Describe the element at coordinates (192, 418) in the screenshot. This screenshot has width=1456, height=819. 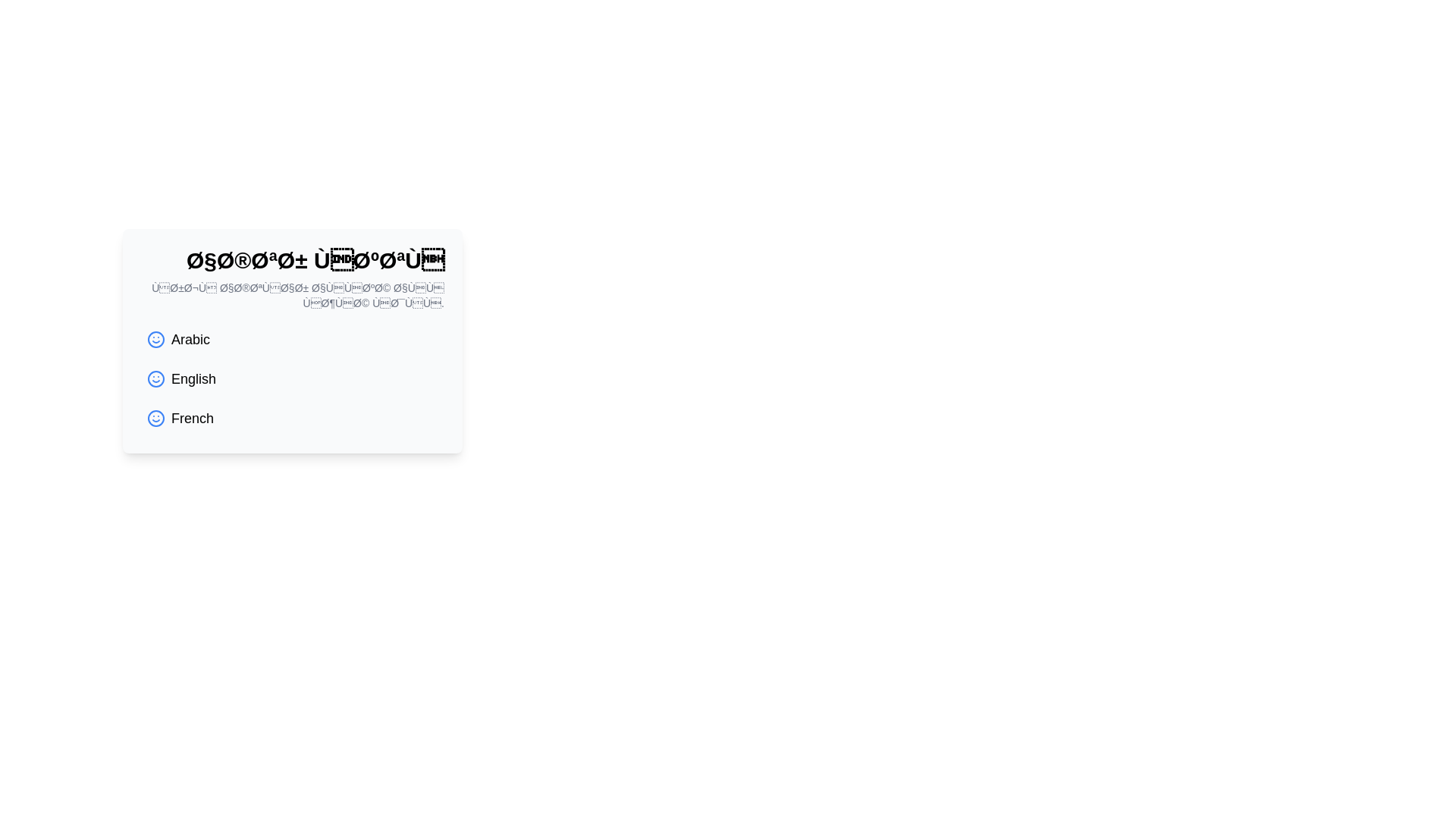
I see `label text displaying 'French' which is styled with a medium-sized bold font, located below the 'English' option in a vertical selection list` at that location.